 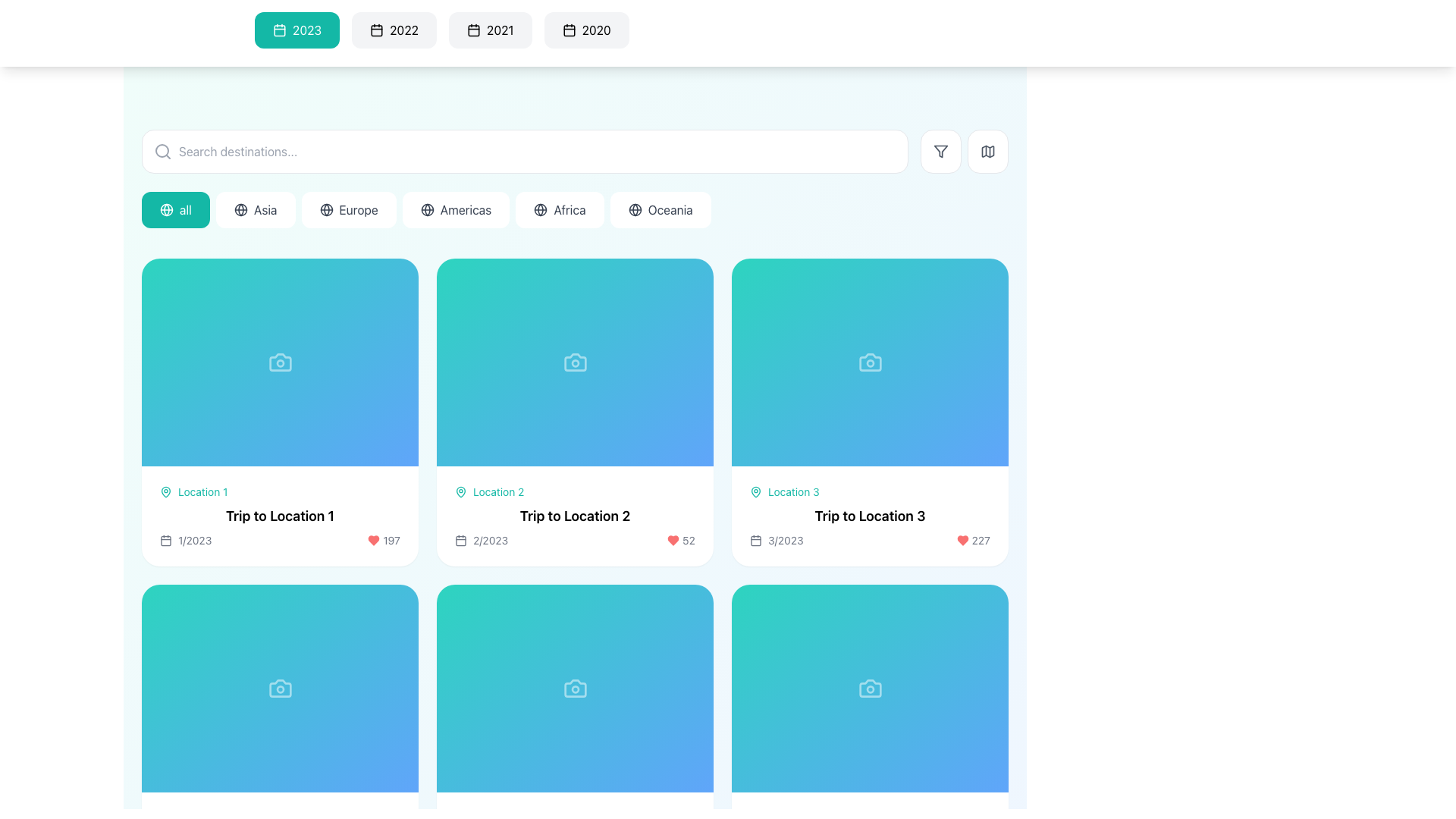 I want to click on the Background panel or preview placeholder with a gradient background and a semi-transparent camera icon located in the fourth card of the second row, so click(x=280, y=688).